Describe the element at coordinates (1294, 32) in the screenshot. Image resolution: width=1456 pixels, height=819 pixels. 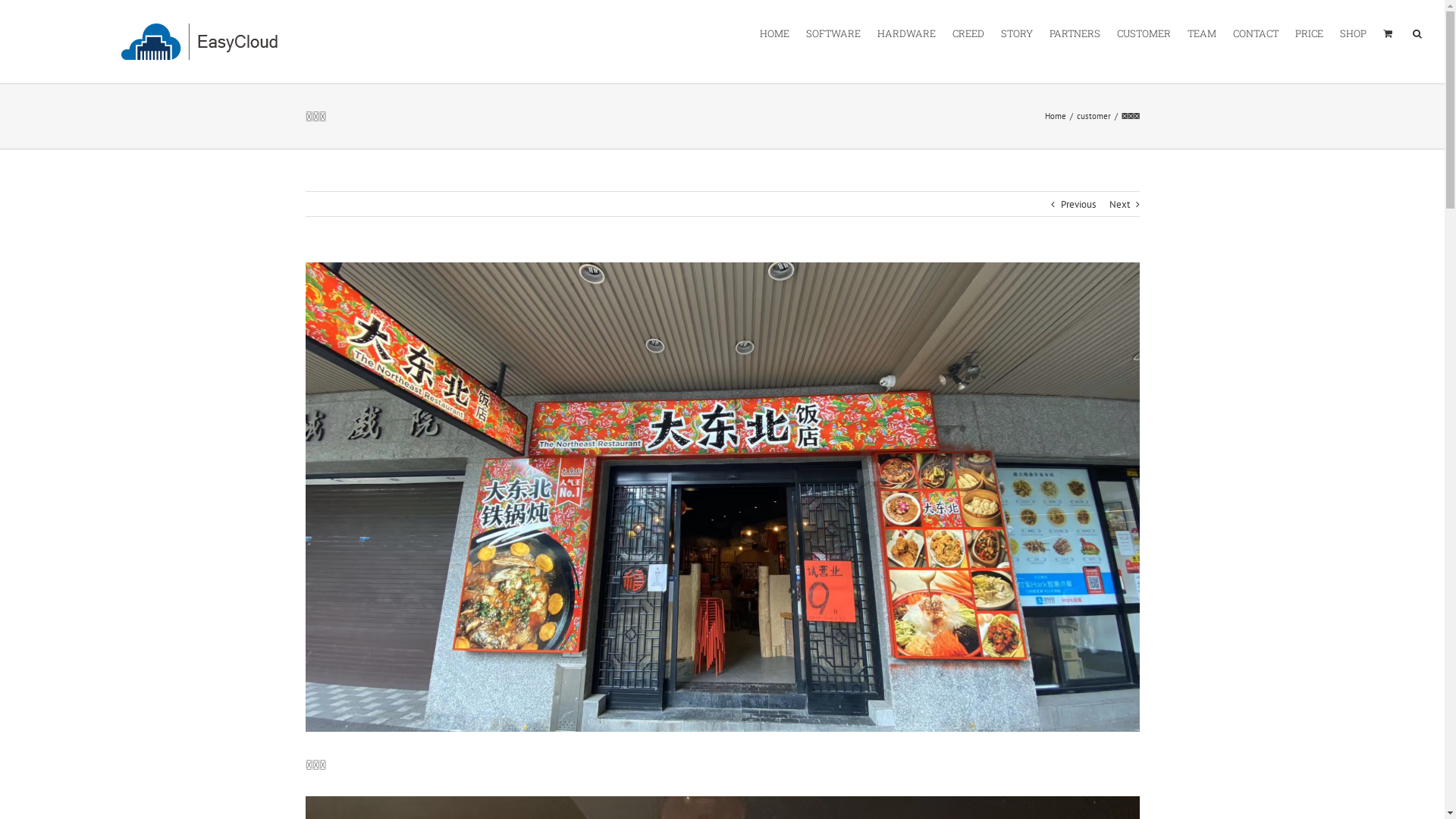
I see `'PRICE'` at that location.